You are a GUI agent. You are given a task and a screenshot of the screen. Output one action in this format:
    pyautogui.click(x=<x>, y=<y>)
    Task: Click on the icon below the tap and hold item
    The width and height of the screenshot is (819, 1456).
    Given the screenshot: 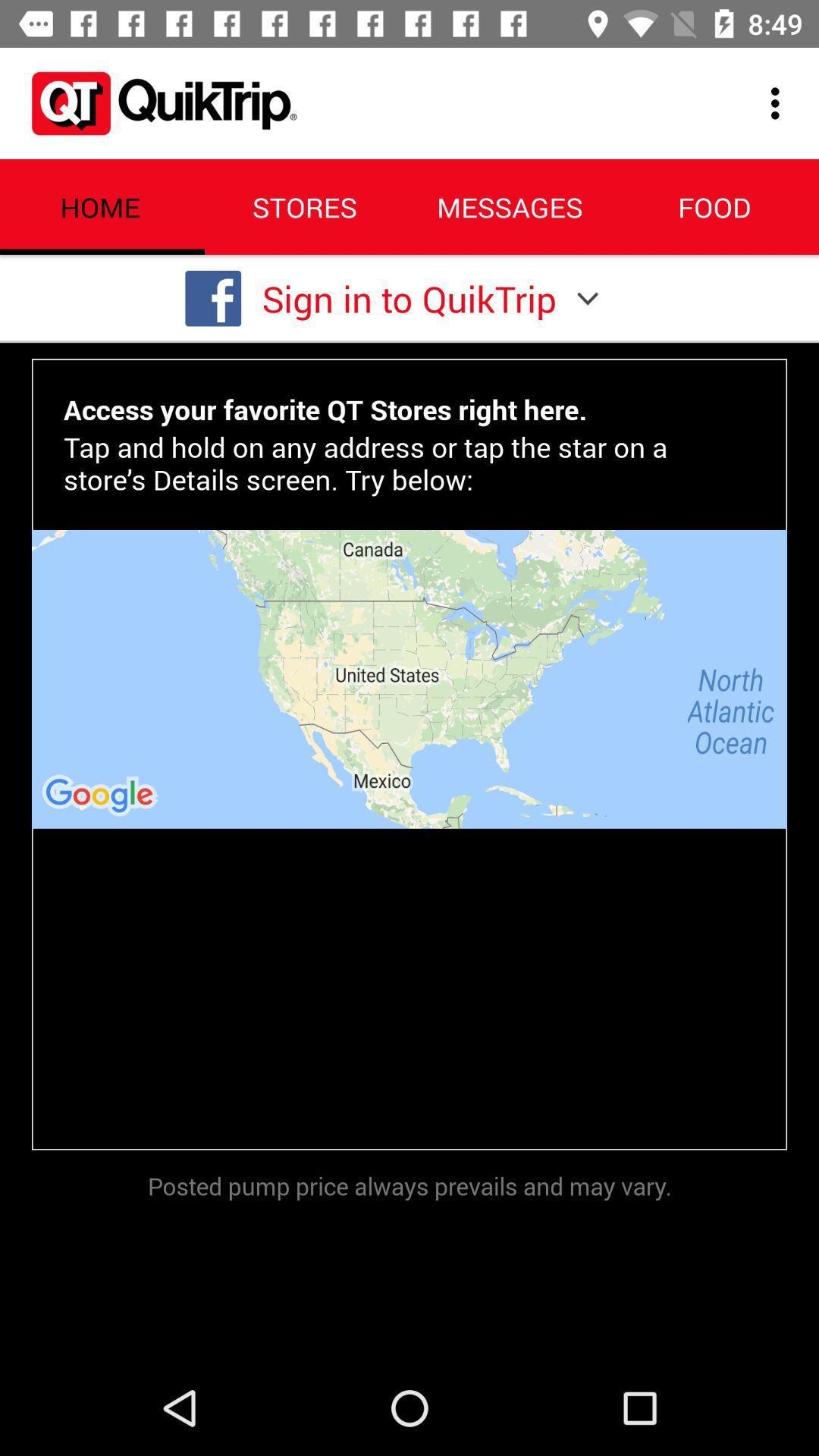 What is the action you would take?
    pyautogui.click(x=409, y=678)
    